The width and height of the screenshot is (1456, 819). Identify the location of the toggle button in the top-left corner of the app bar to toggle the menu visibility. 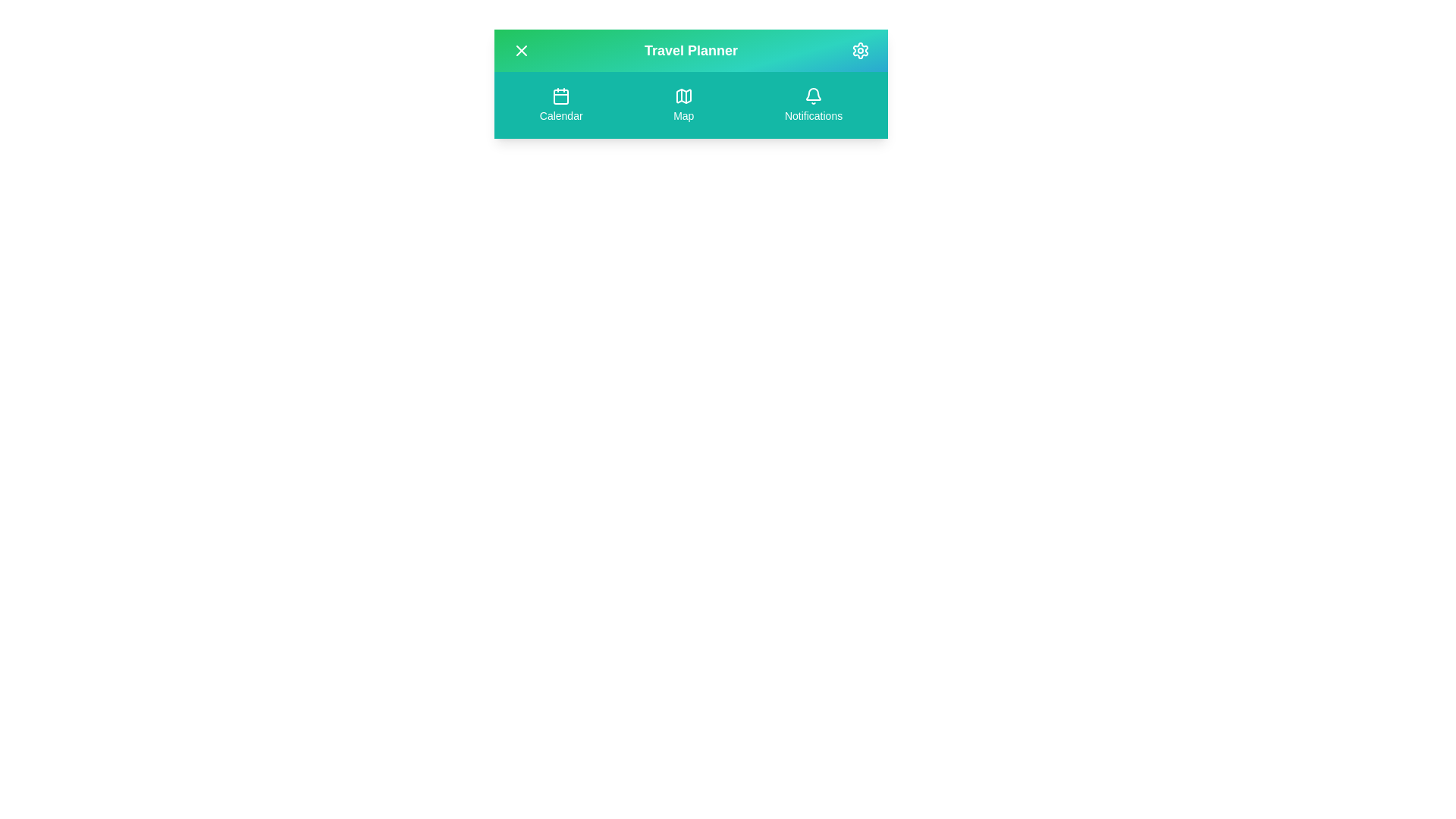
(521, 49).